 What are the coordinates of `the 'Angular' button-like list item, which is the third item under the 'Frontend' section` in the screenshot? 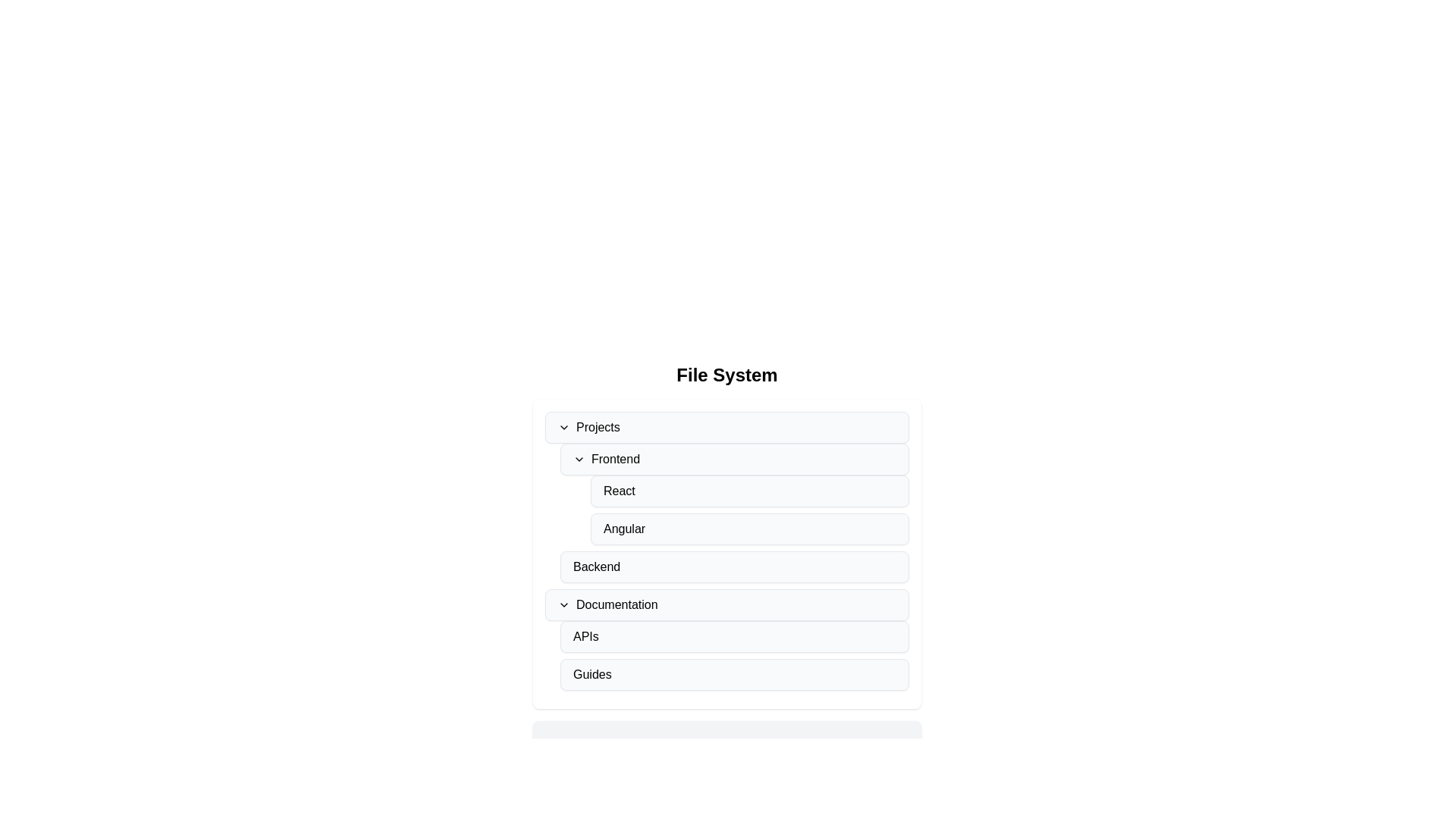 It's located at (735, 529).